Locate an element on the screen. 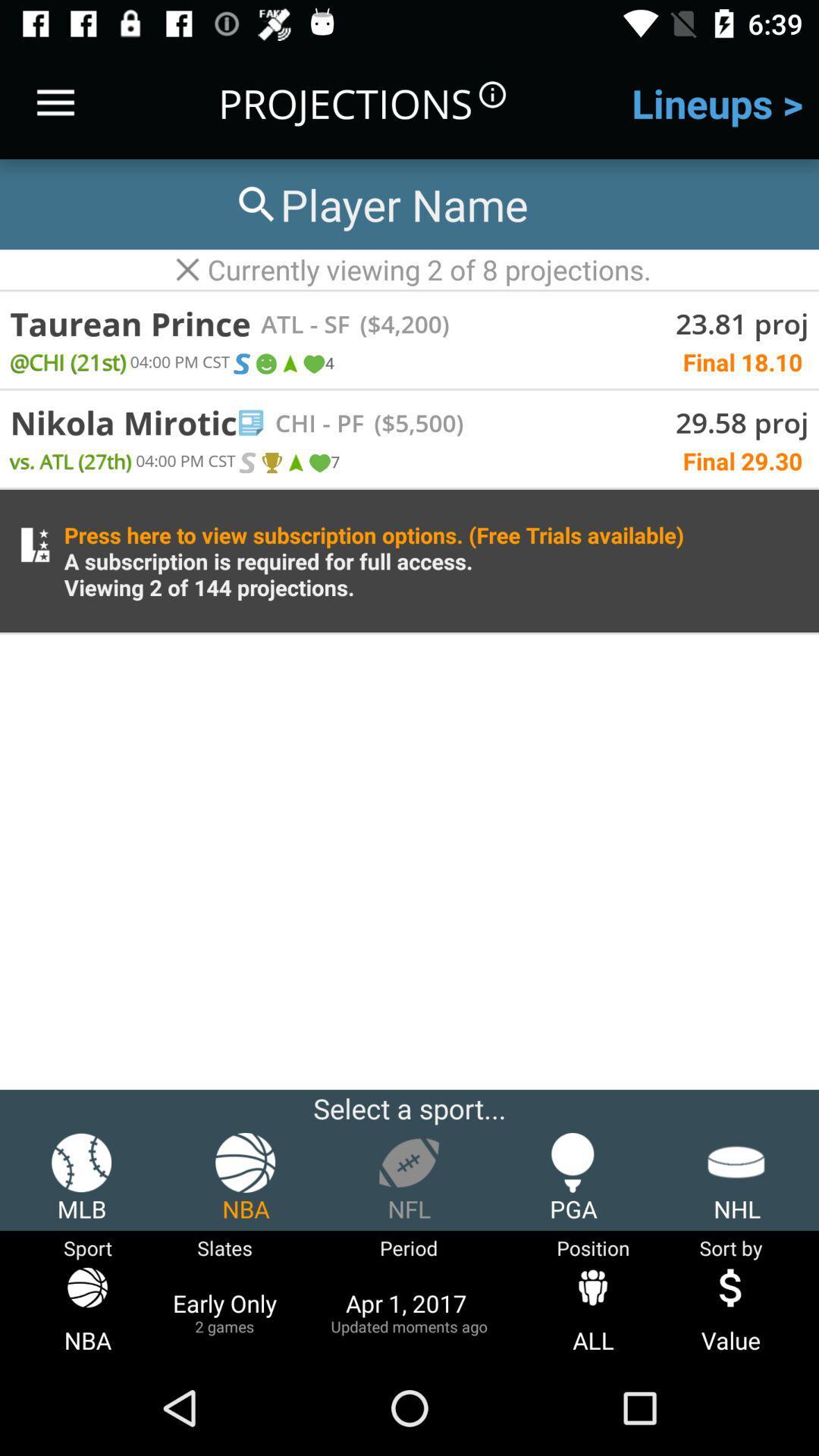  move to the fourth icon which is under taurean prince is located at coordinates (312, 364).